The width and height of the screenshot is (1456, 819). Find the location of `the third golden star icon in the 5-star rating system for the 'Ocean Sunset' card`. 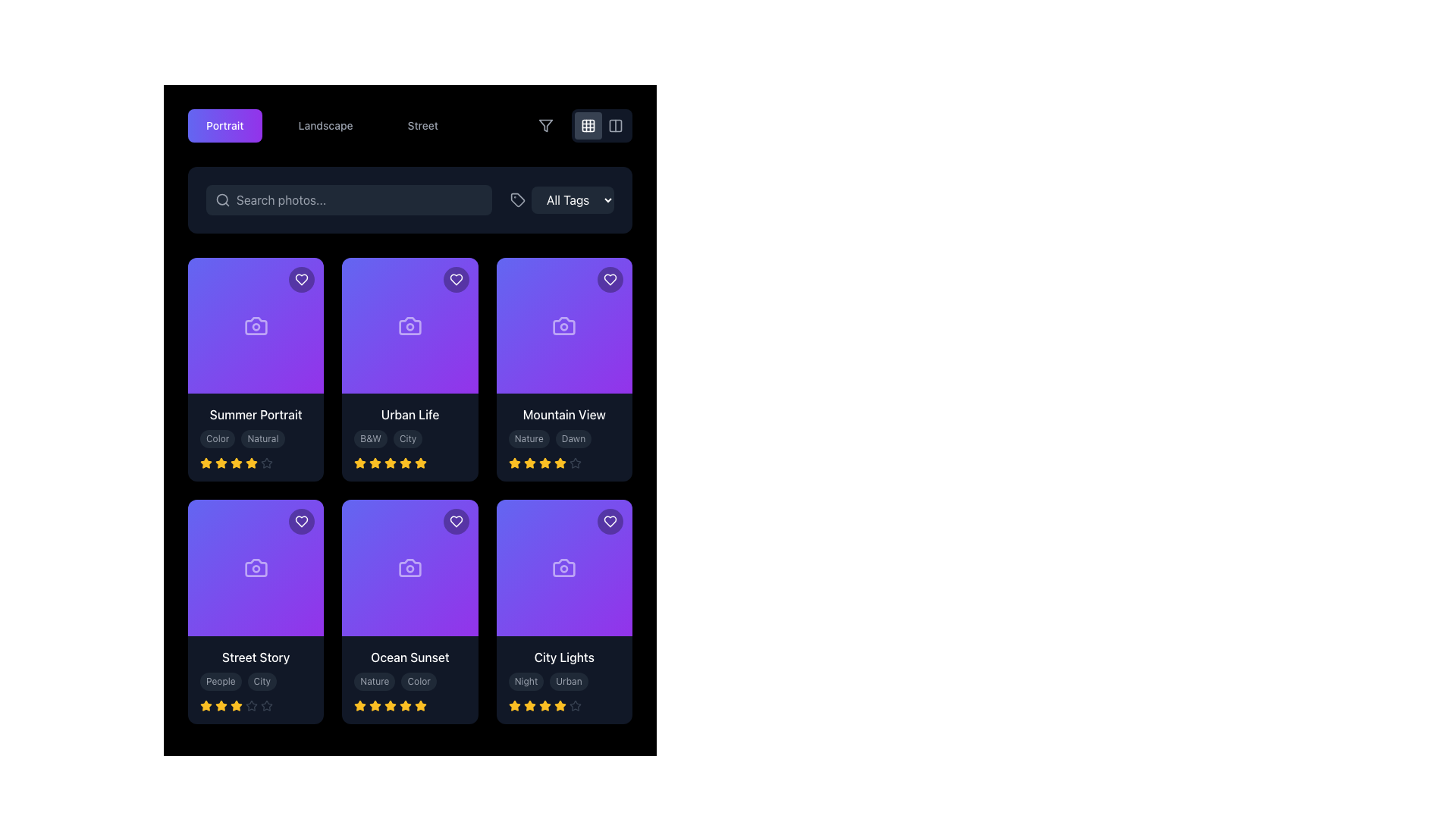

the third golden star icon in the 5-star rating system for the 'Ocean Sunset' card is located at coordinates (375, 705).